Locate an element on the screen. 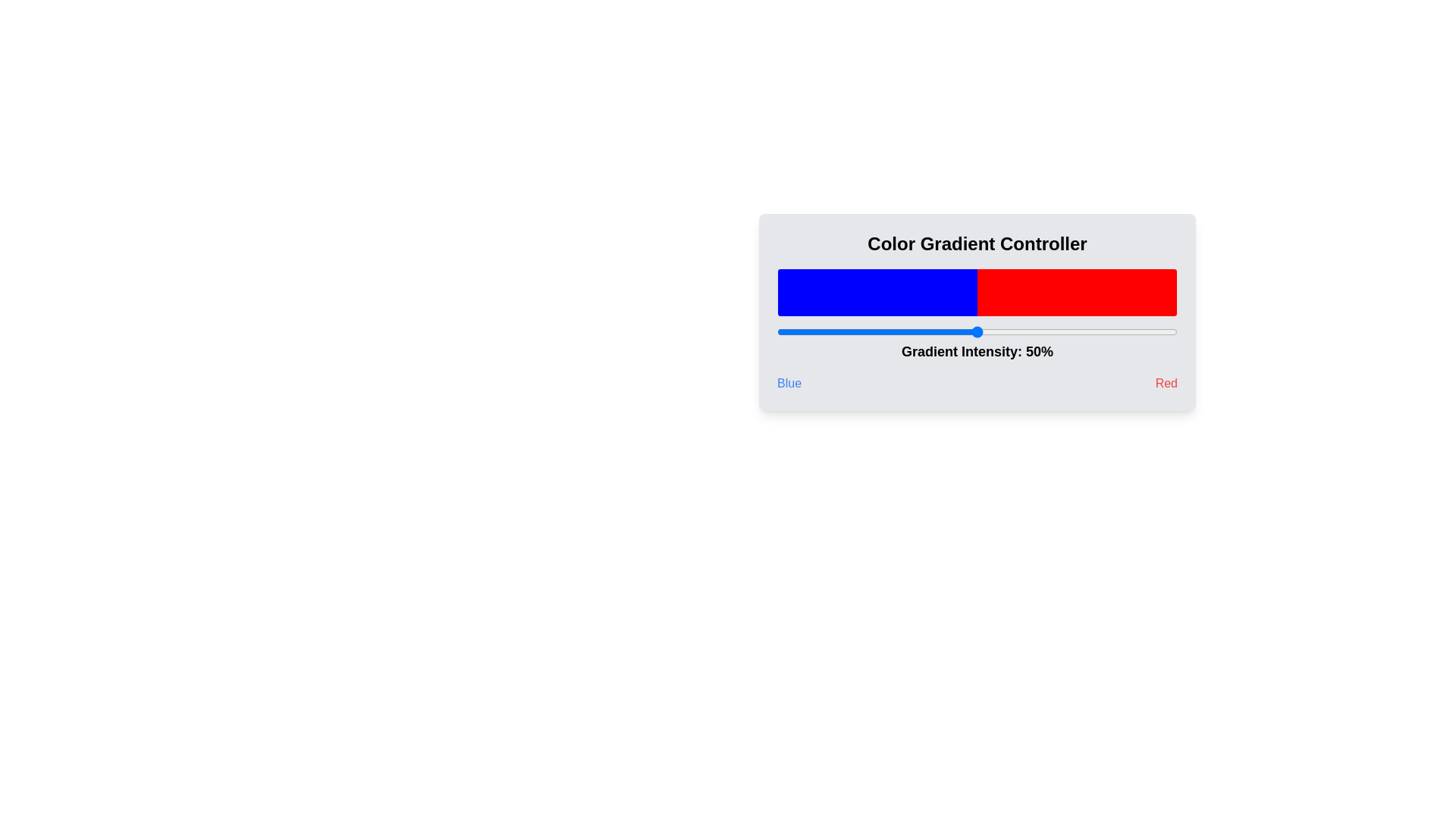 This screenshot has height=819, width=1456. the gradient slider to set the intensity to 85% is located at coordinates (1117, 331).